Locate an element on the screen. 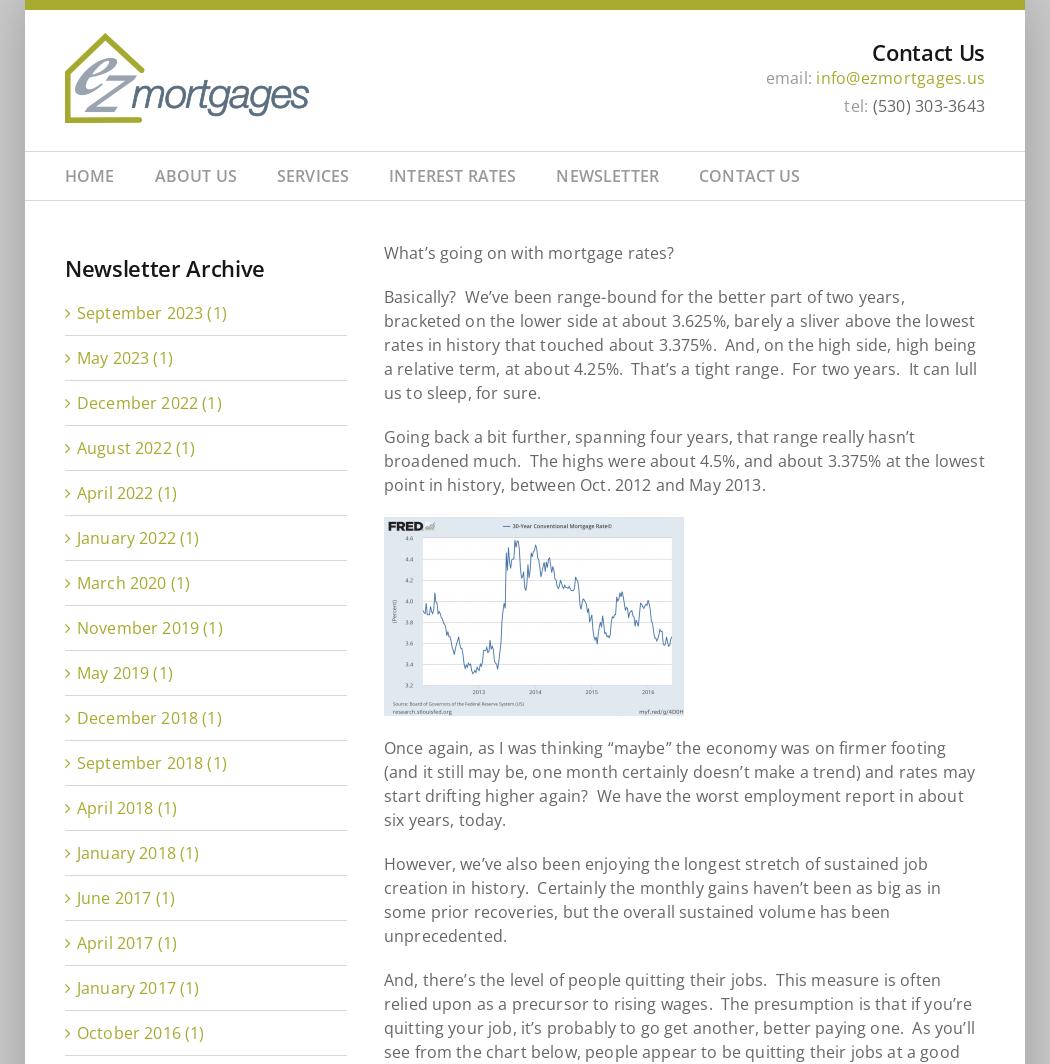 The image size is (1050, 1064). 'Nicolas Moszoro' is located at coordinates (443, 315).